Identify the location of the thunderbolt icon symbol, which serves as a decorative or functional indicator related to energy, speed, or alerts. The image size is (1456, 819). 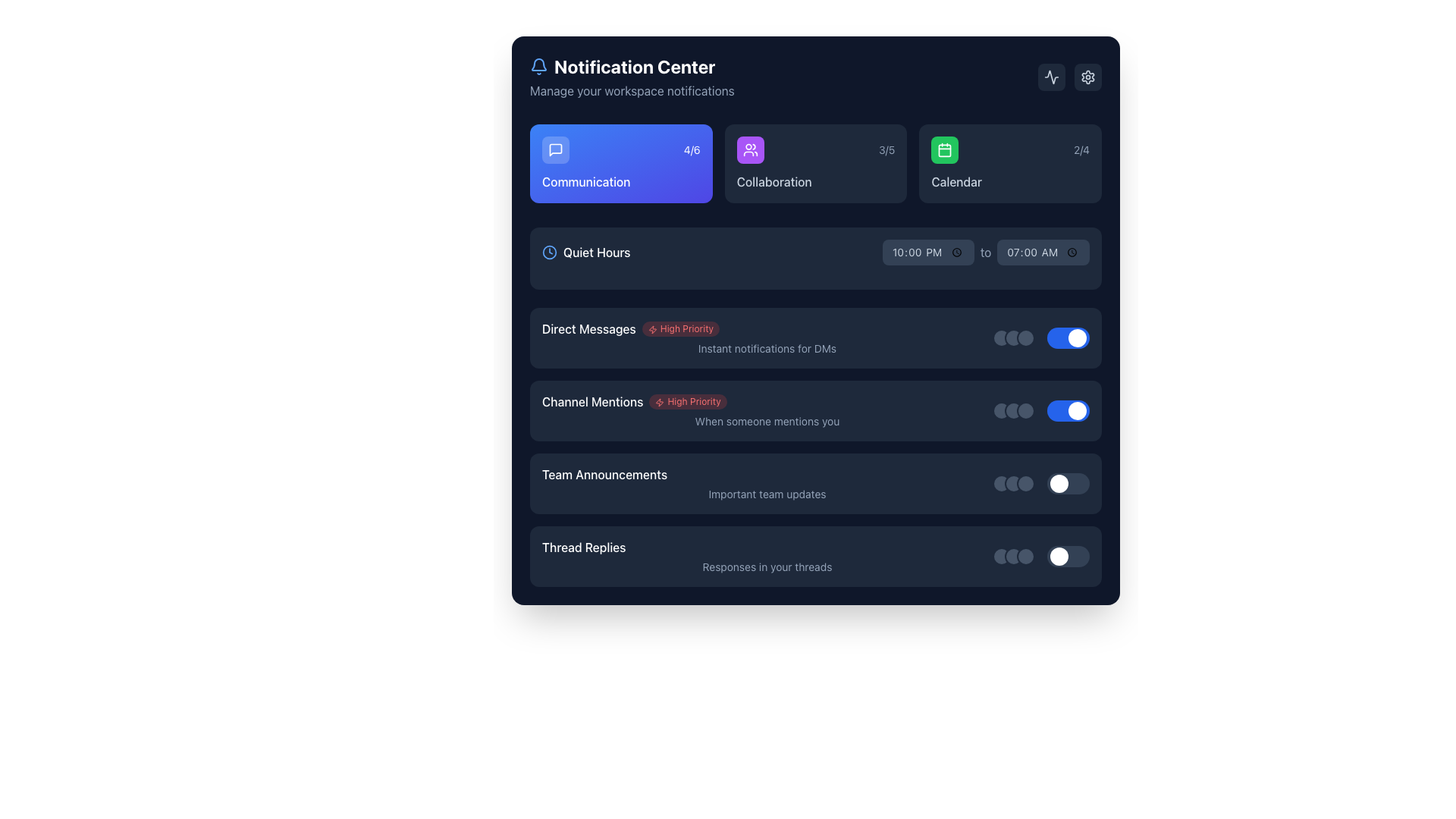
(652, 328).